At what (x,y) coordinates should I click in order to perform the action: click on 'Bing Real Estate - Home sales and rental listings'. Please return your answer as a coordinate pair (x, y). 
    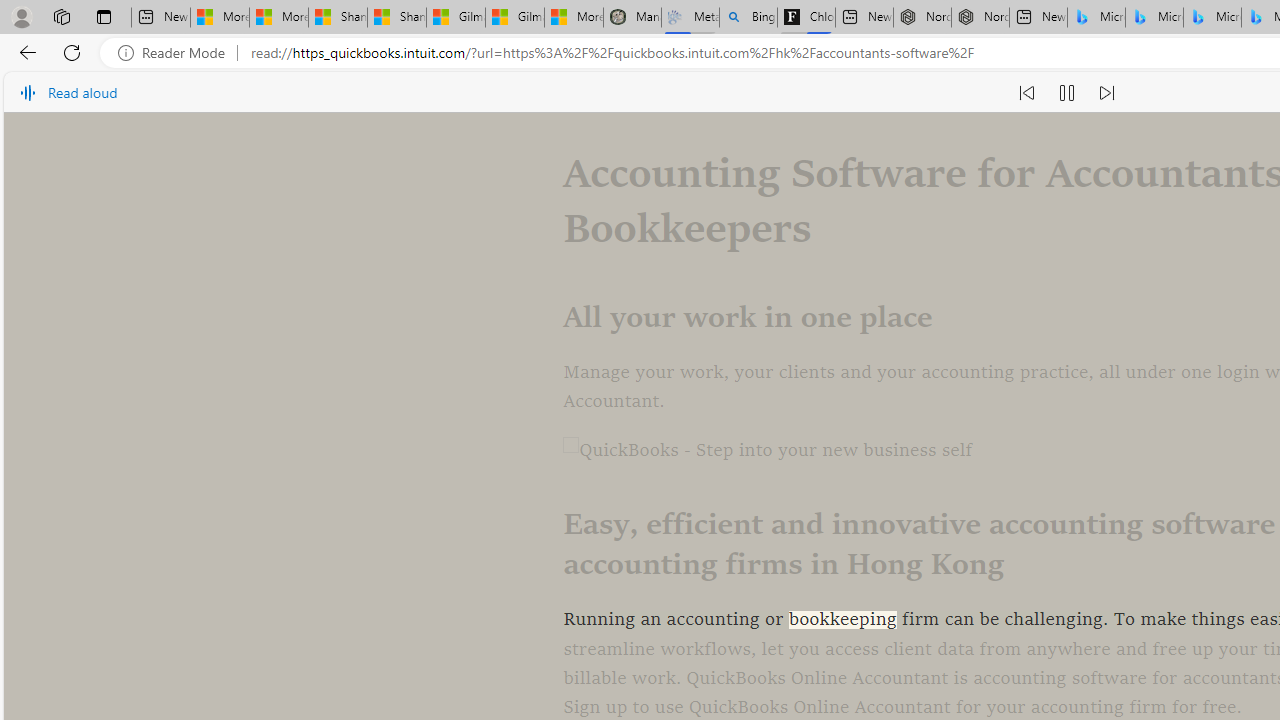
    Looking at the image, I should click on (747, 17).